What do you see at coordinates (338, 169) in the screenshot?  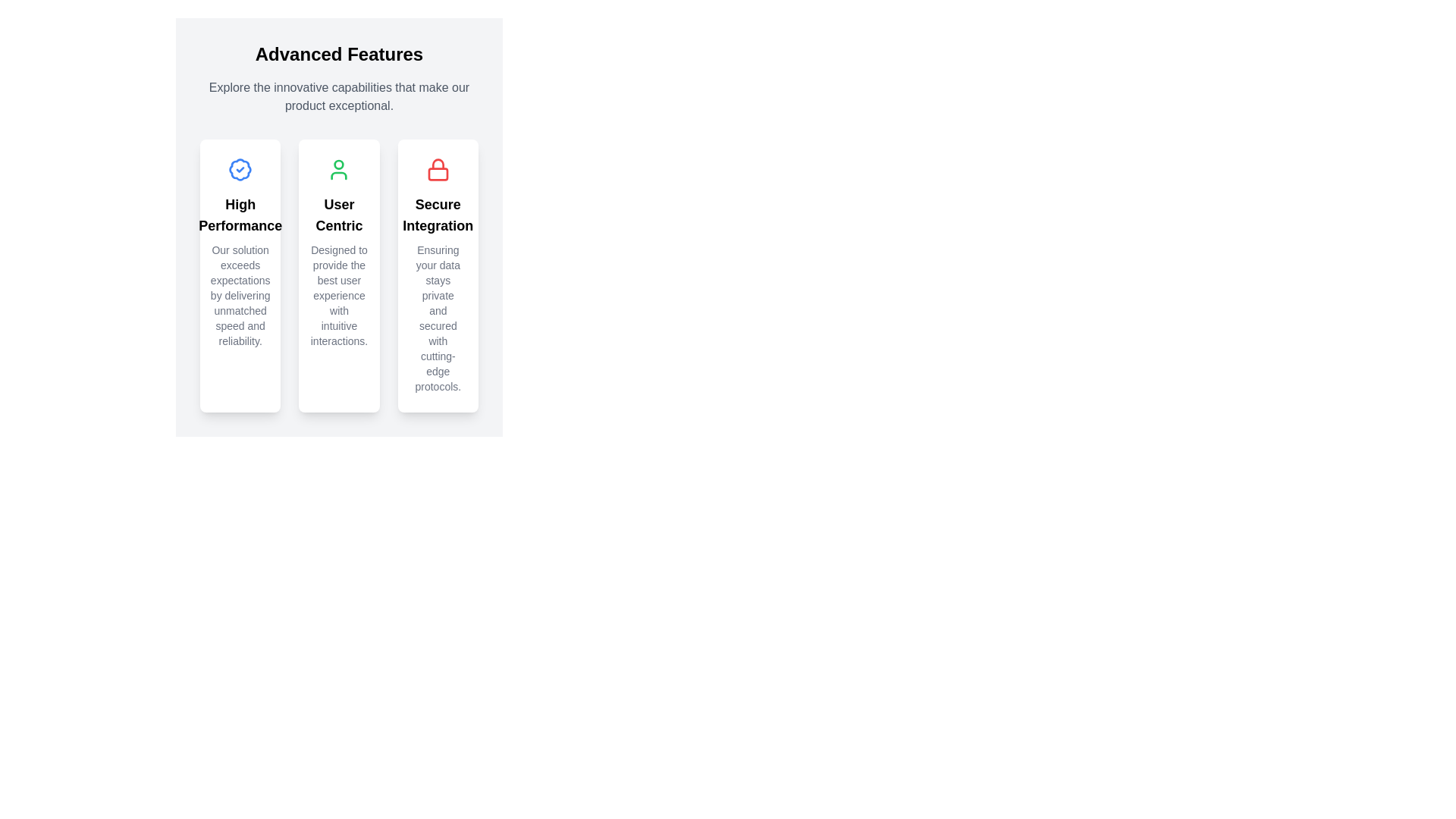 I see `the green-colored user icon, which has a circular head and body outline, located above the text 'User Centric'` at bounding box center [338, 169].